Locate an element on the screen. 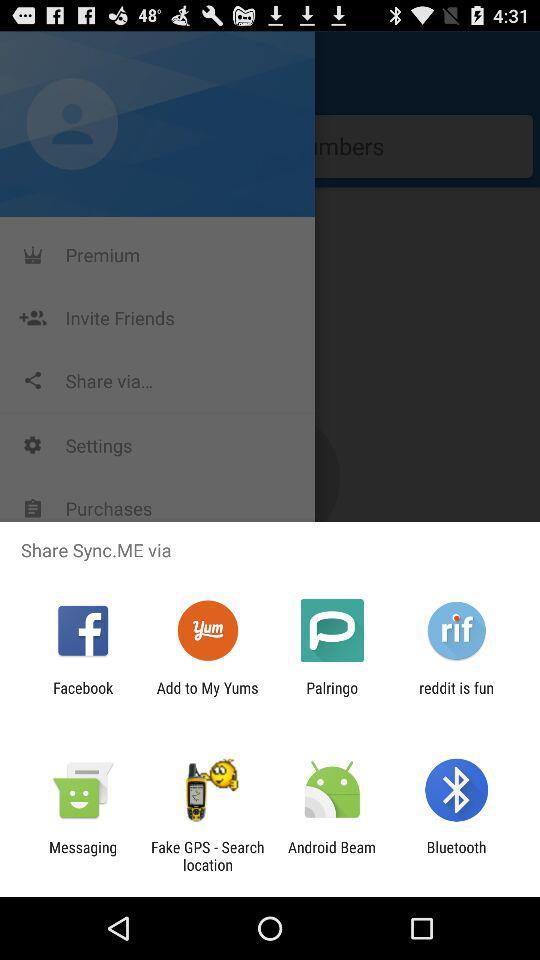  the item next to bluetooth item is located at coordinates (332, 855).